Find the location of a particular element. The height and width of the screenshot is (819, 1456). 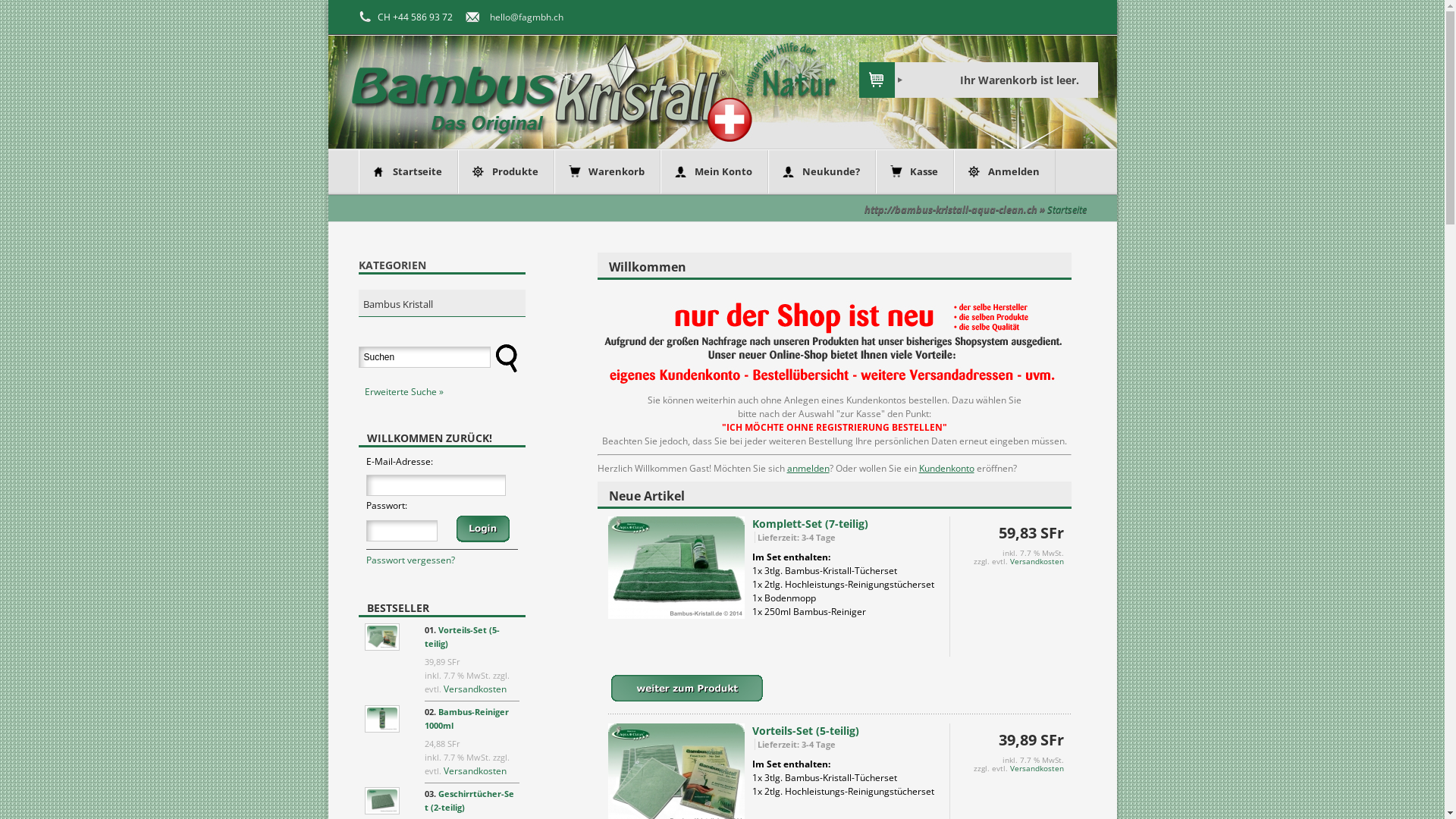

'Passwort vergessen?' is located at coordinates (409, 560).